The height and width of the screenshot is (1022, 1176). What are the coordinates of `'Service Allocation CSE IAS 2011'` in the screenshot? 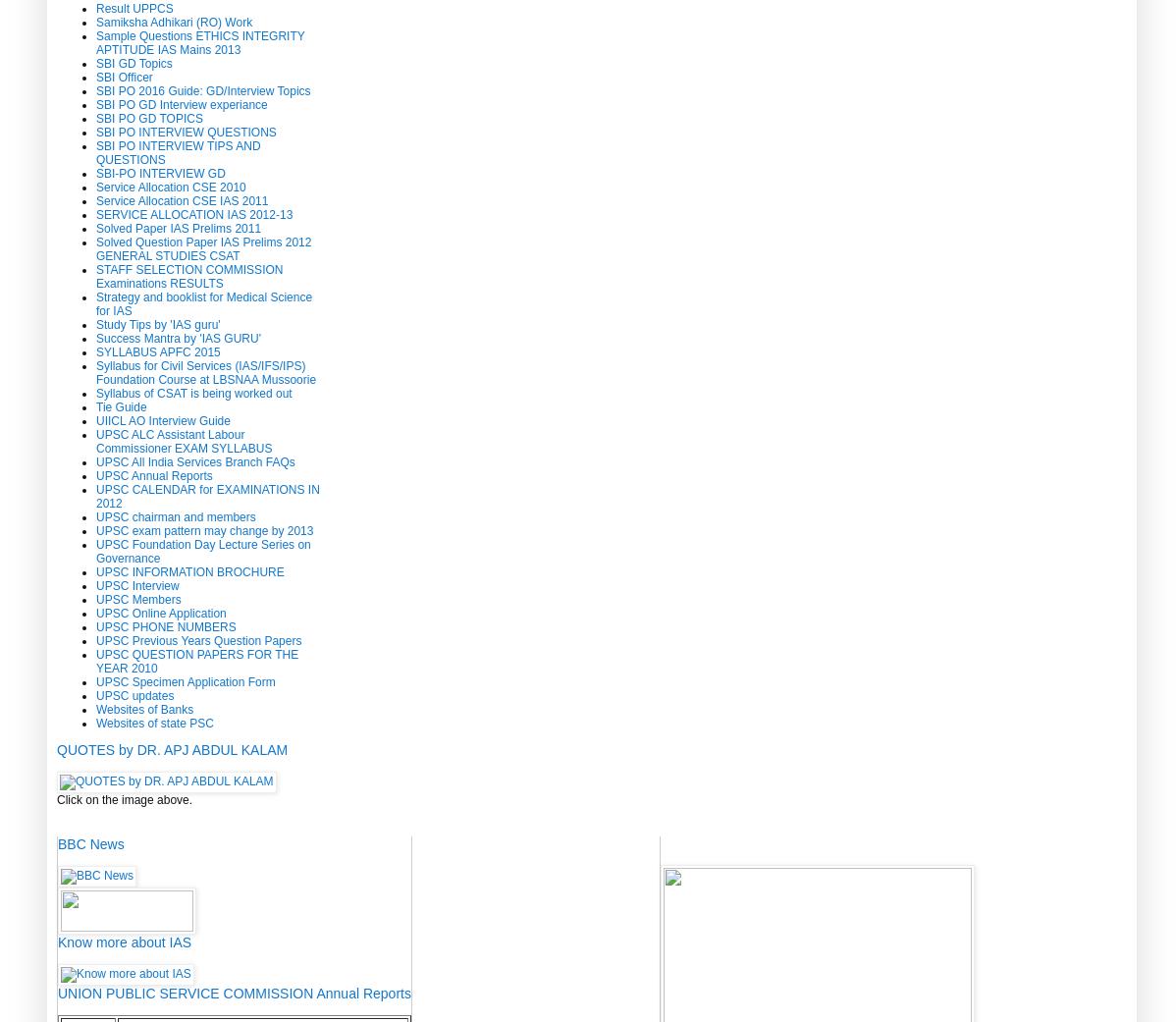 It's located at (181, 200).